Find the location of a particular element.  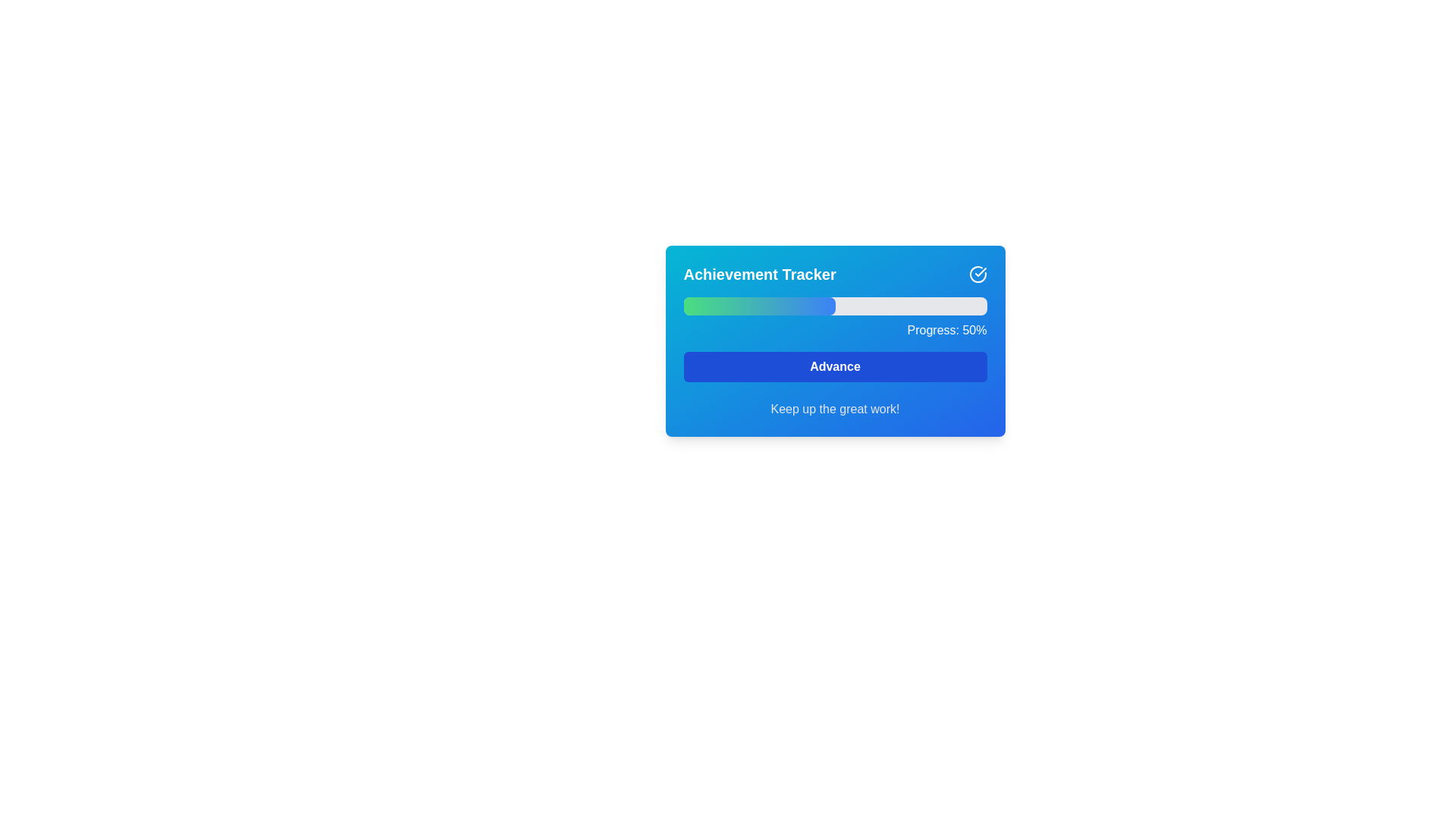

the filled progress indicator that visually represents 50% of progress, located below the 'Achievement Tracker' title and above the 'Advance' button is located at coordinates (759, 306).